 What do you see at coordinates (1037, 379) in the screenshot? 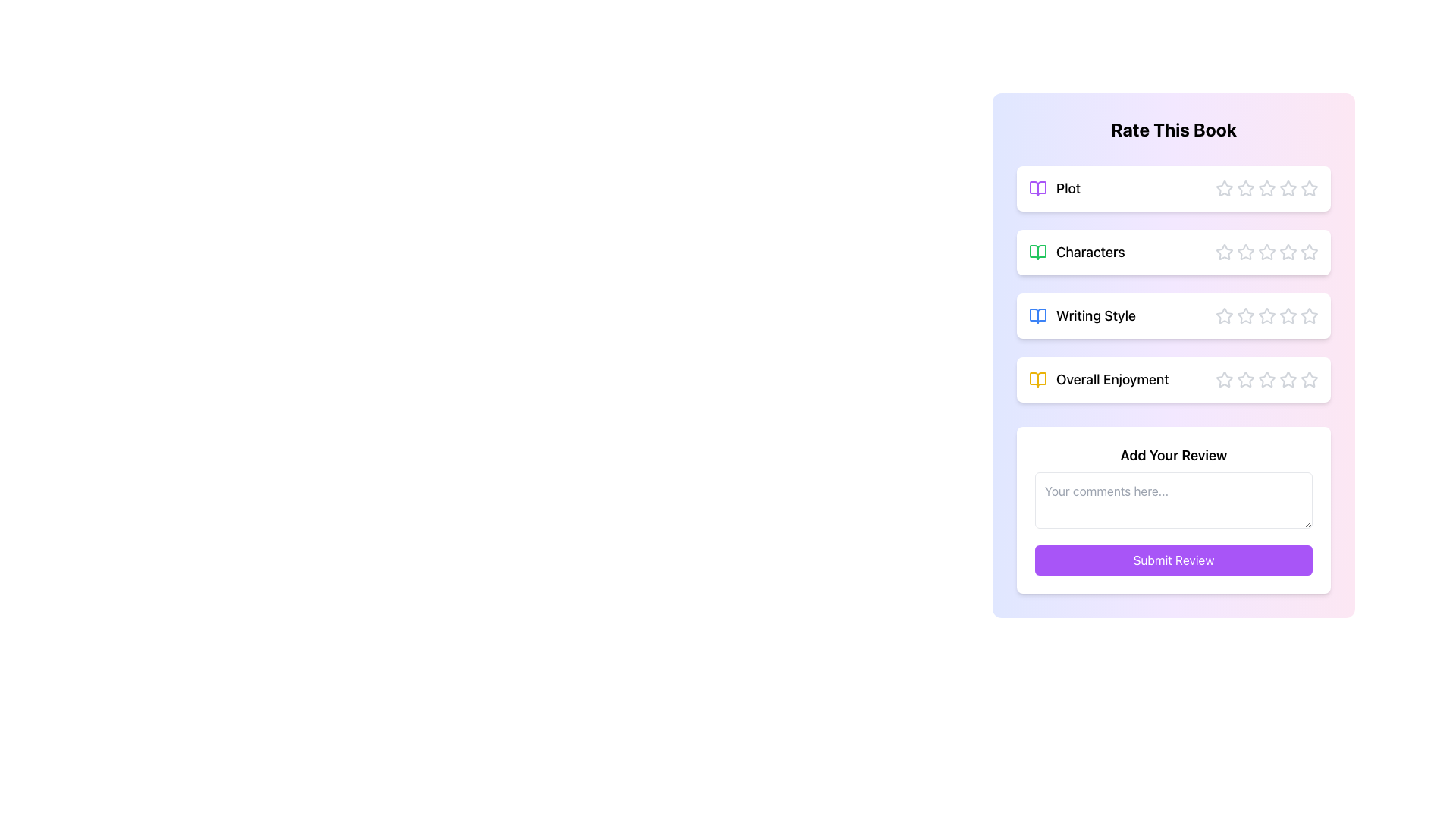
I see `the bottom-left part of the book-shaped icon located at the top of the 'Overall Enjoyment' rating section, which serves as a visual representation of books or reading` at bounding box center [1037, 379].